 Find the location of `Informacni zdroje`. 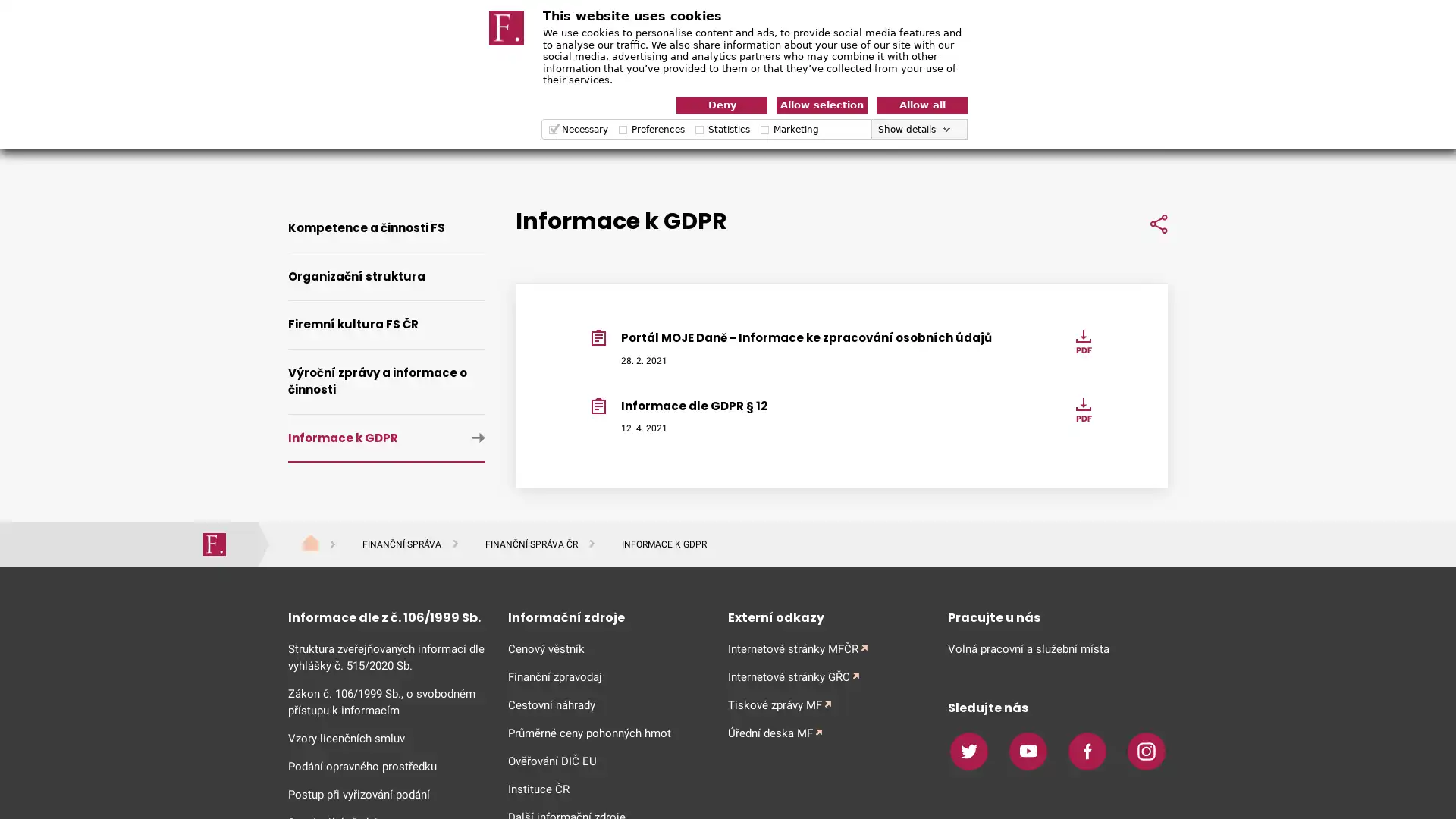

Informacni zdroje is located at coordinates (607, 617).